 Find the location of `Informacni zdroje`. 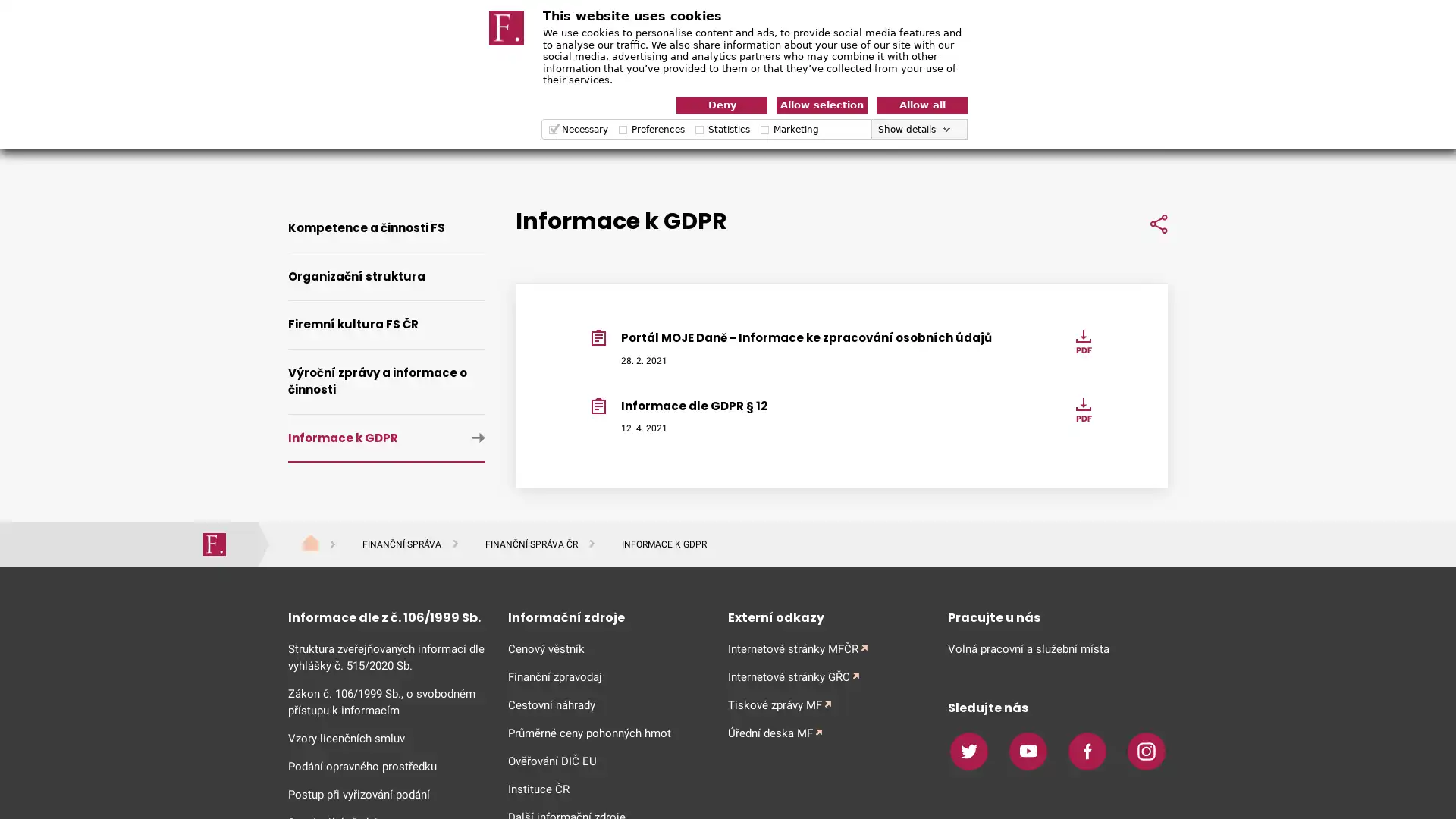

Informacni zdroje is located at coordinates (607, 617).